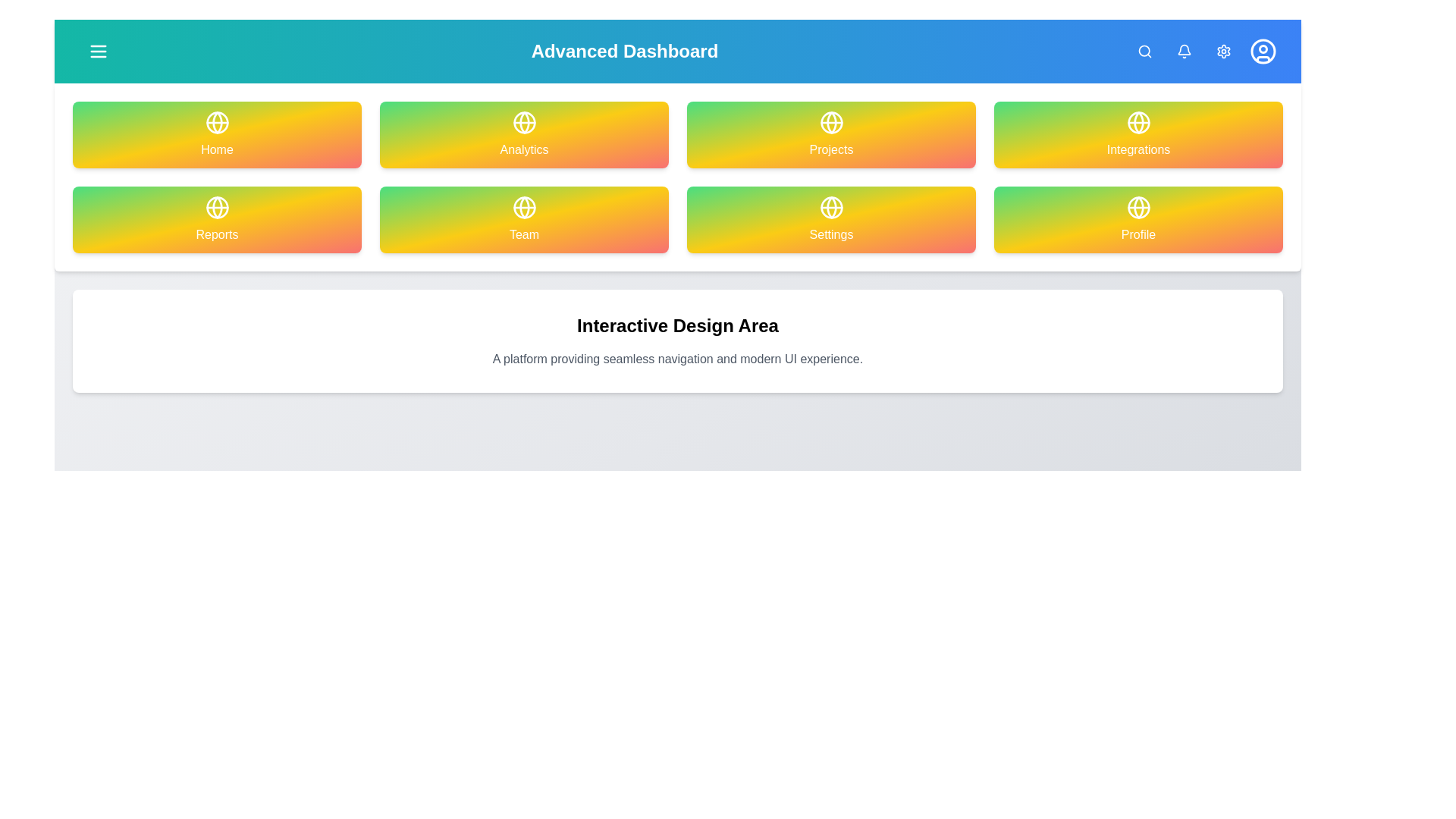  What do you see at coordinates (1223, 51) in the screenshot?
I see `the Settings button in the navigation bar` at bounding box center [1223, 51].